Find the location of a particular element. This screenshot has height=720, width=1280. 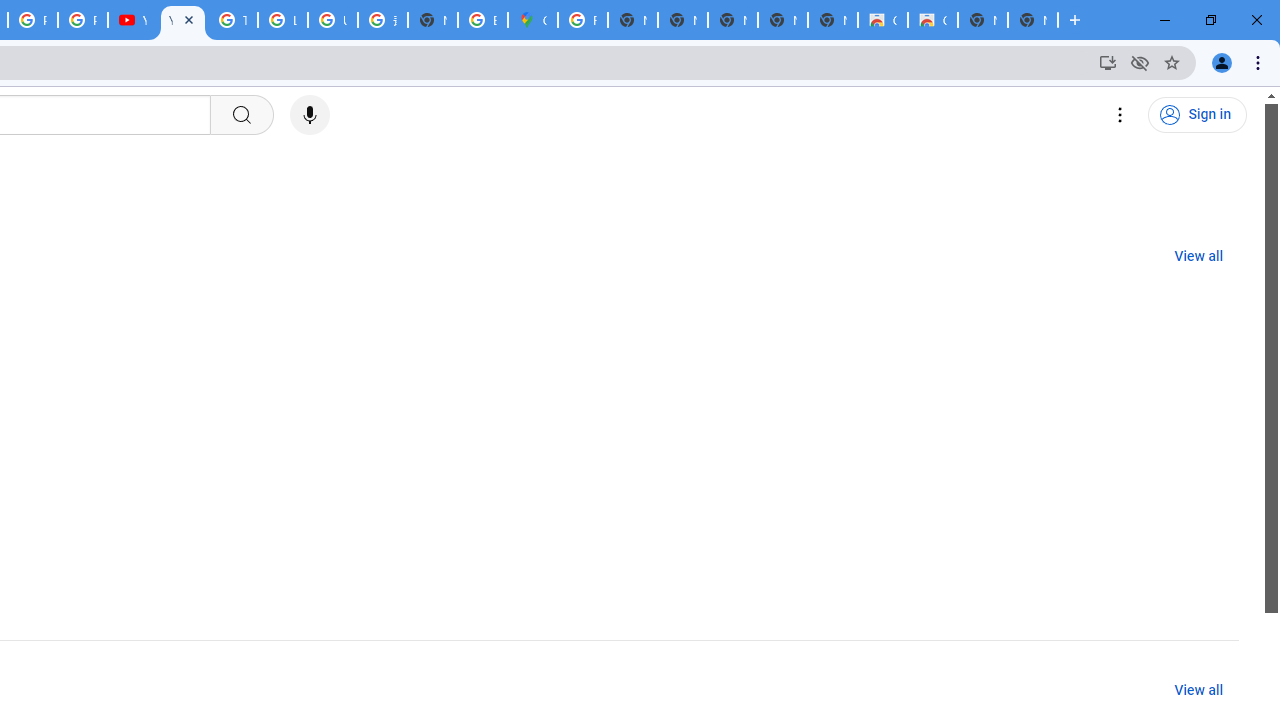

'Install YouTube' is located at coordinates (1106, 61).